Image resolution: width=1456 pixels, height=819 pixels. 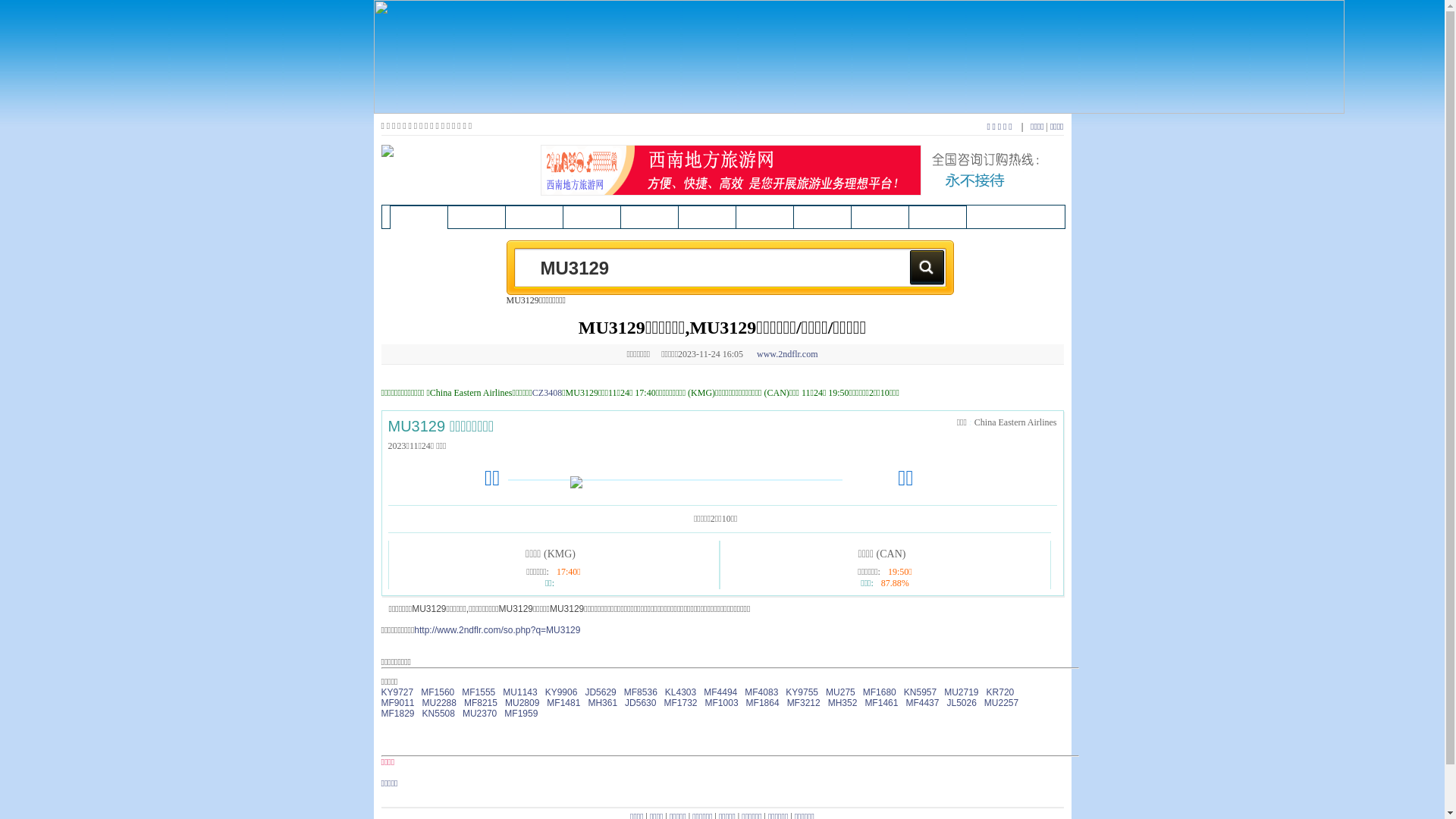 I want to click on 'MF1680', so click(x=862, y=692).